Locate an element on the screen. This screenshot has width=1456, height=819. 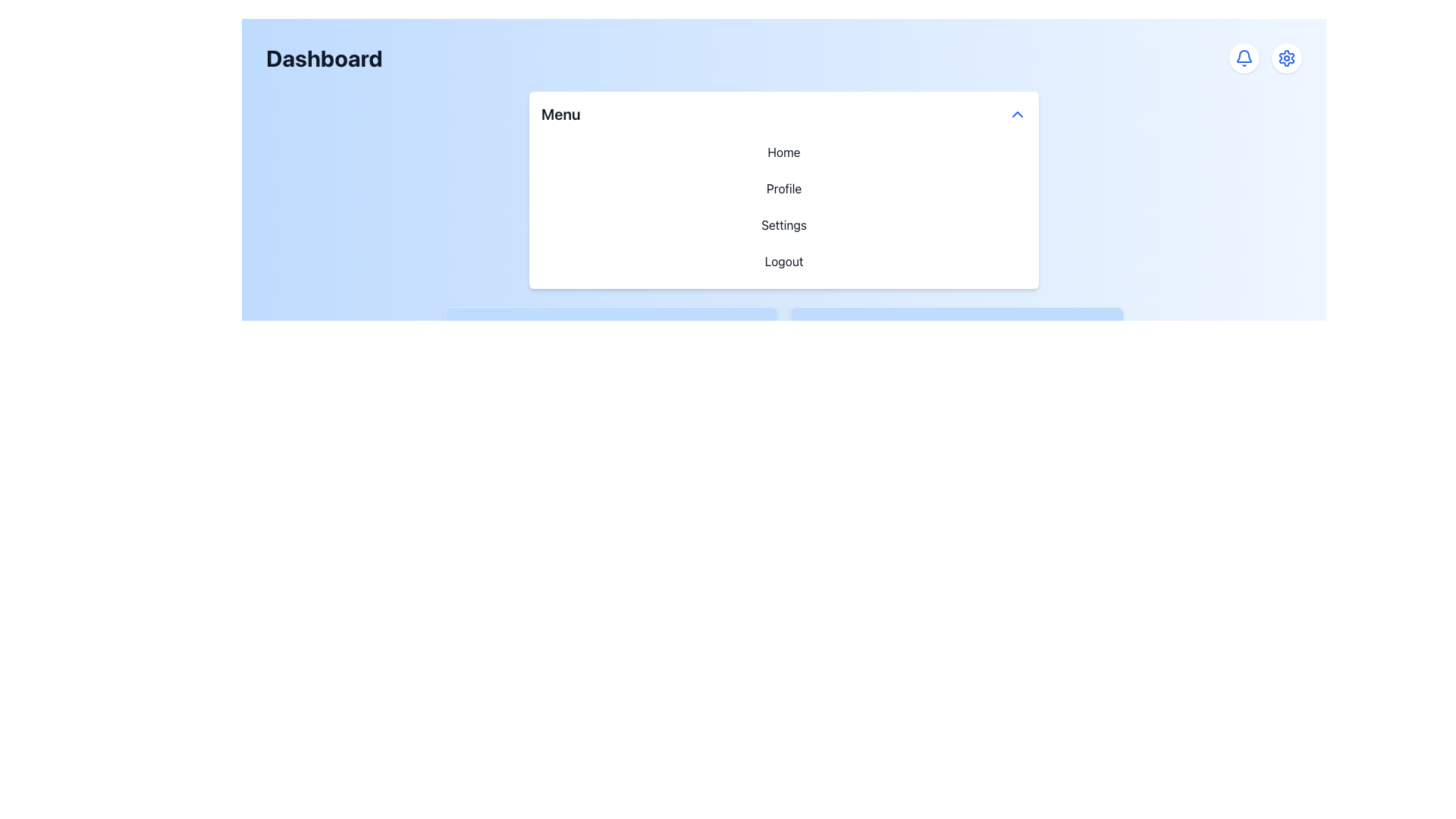
the 'Profile' text button, which is styled with rounded corners and located in a vertical menu list between 'Home' and 'Settings' is located at coordinates (783, 188).